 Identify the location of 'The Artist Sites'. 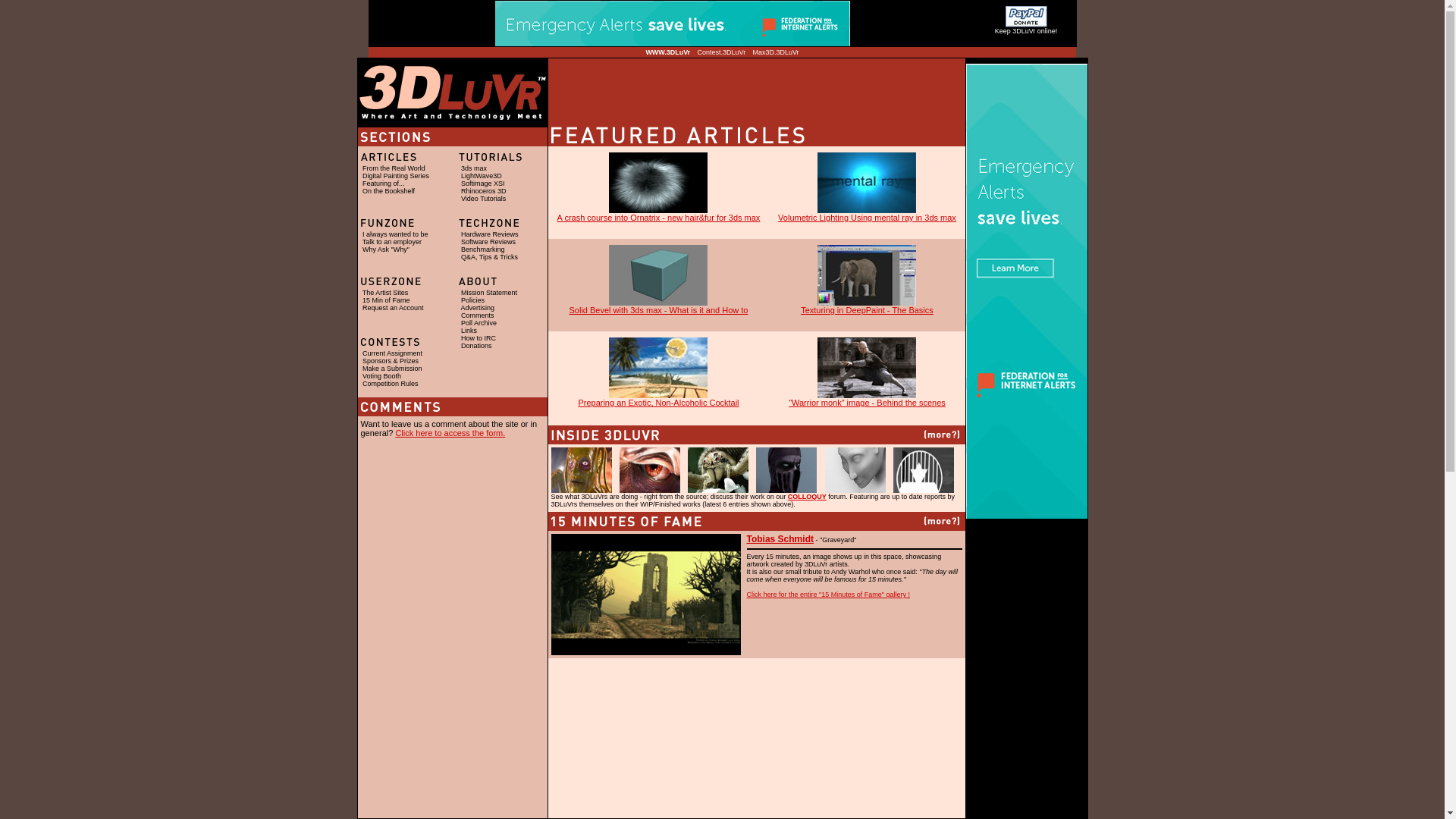
(362, 292).